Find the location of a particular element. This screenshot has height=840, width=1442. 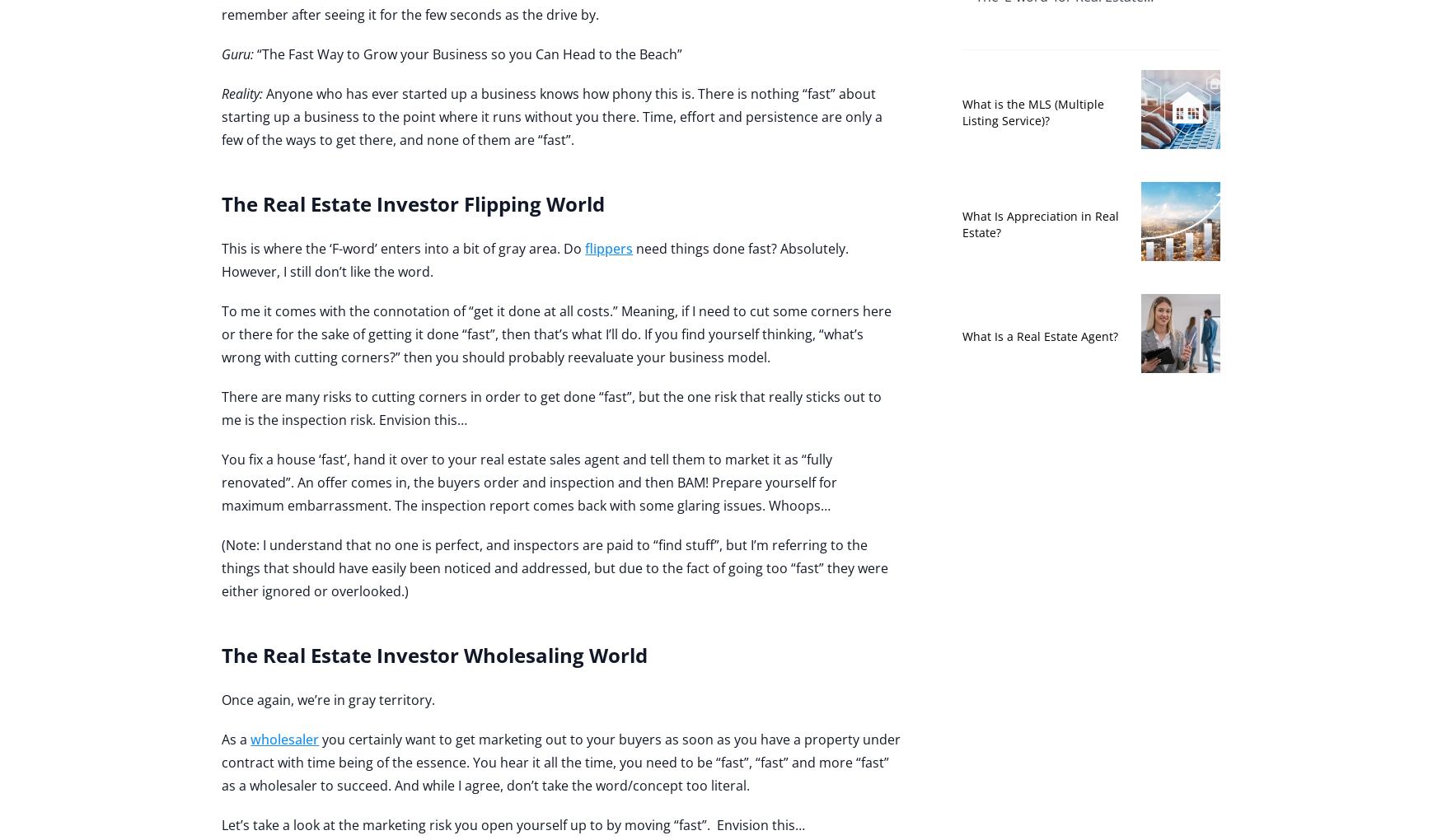

'What Is a Real Estate Agent?' is located at coordinates (1038, 335).